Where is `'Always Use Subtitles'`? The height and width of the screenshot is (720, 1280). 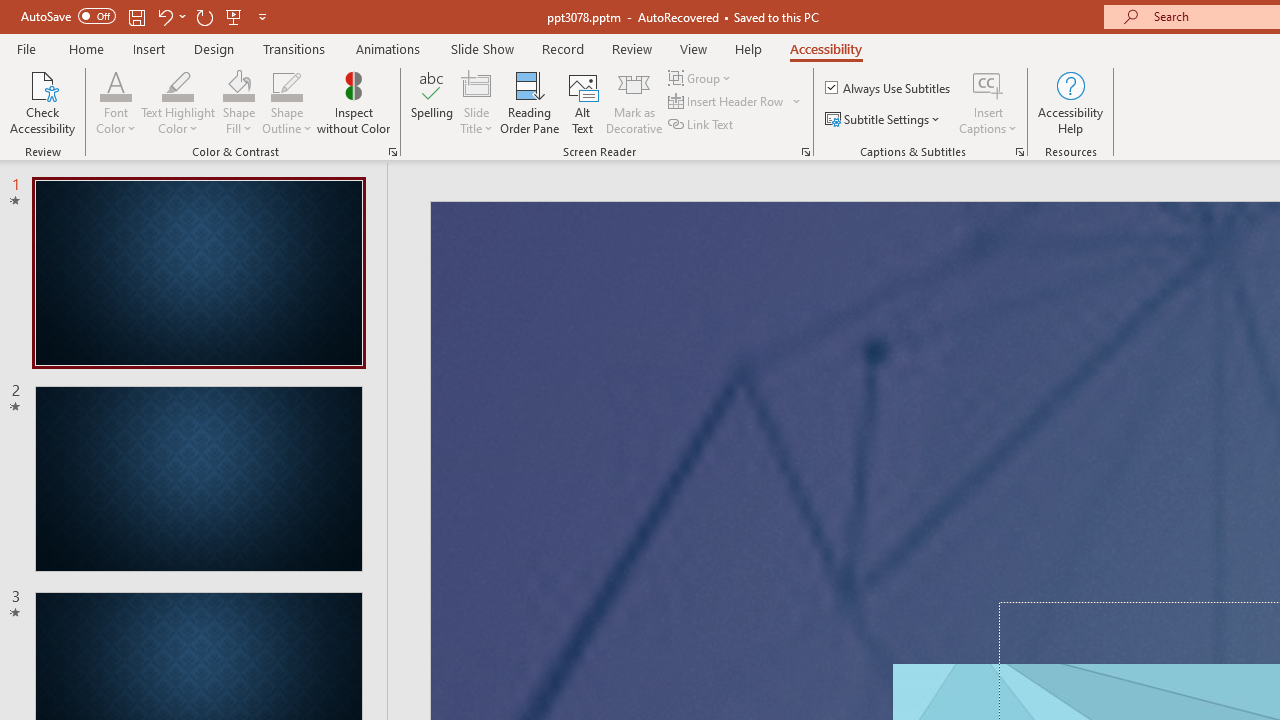
'Always Use Subtitles' is located at coordinates (888, 86).